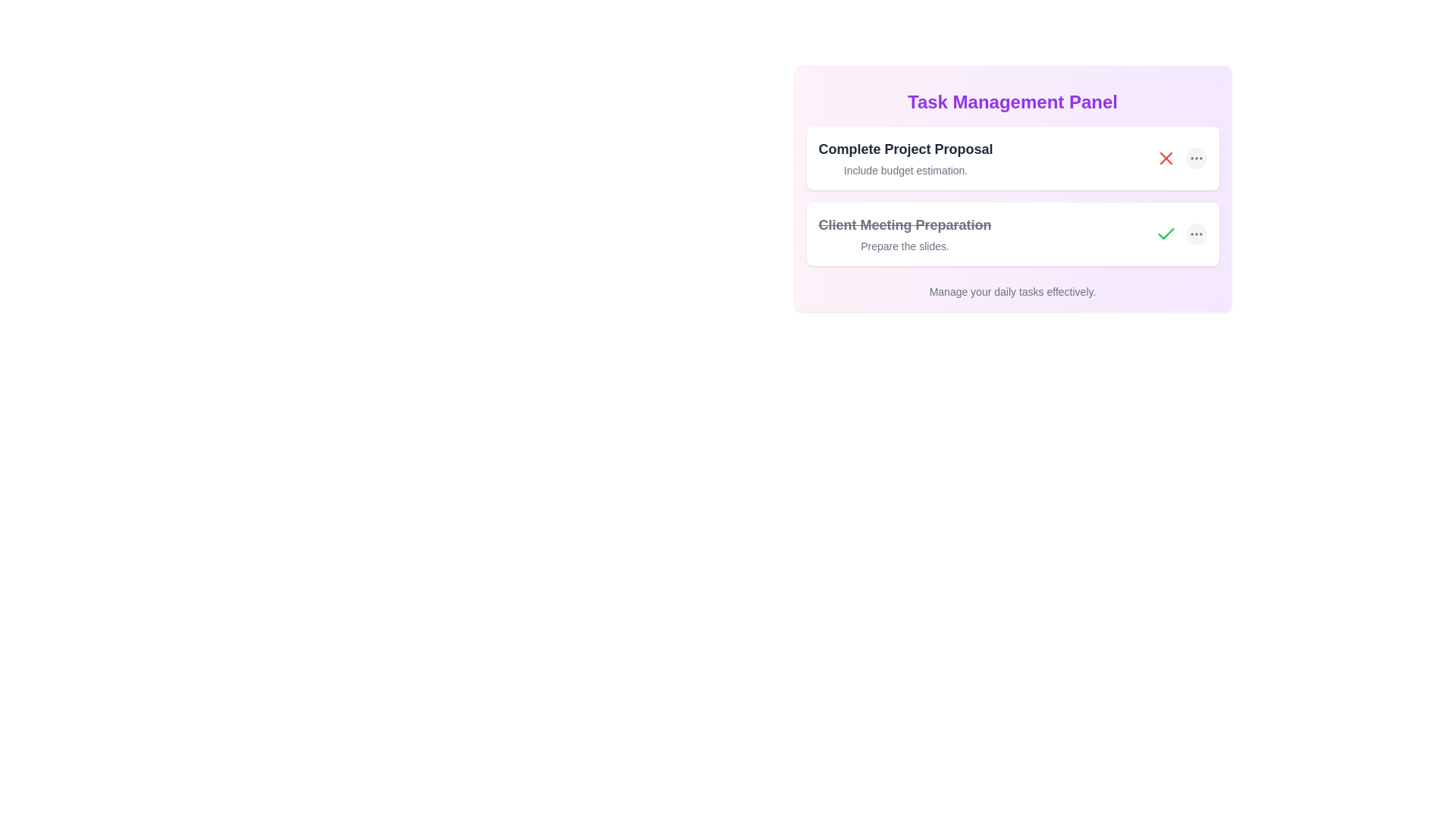  I want to click on the text label displaying 'Manage your daily tasks effectively.' located at the bottom-center of the Task Management Panel, so click(1012, 292).